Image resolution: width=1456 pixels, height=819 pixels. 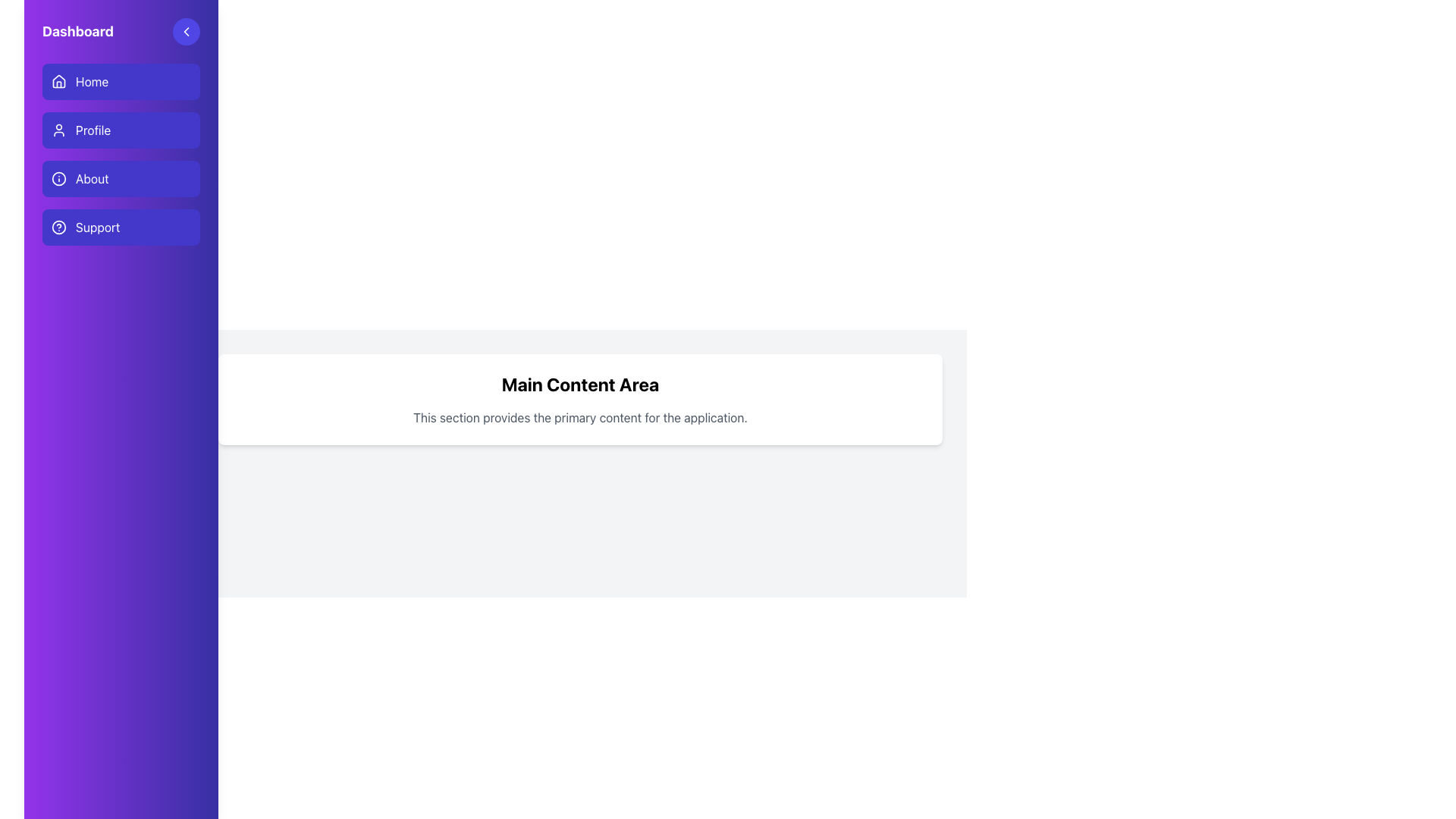 What do you see at coordinates (58, 130) in the screenshot?
I see `the profile icon located within the 'Profile' button on the vertical navigation bar, which represents a personal account` at bounding box center [58, 130].